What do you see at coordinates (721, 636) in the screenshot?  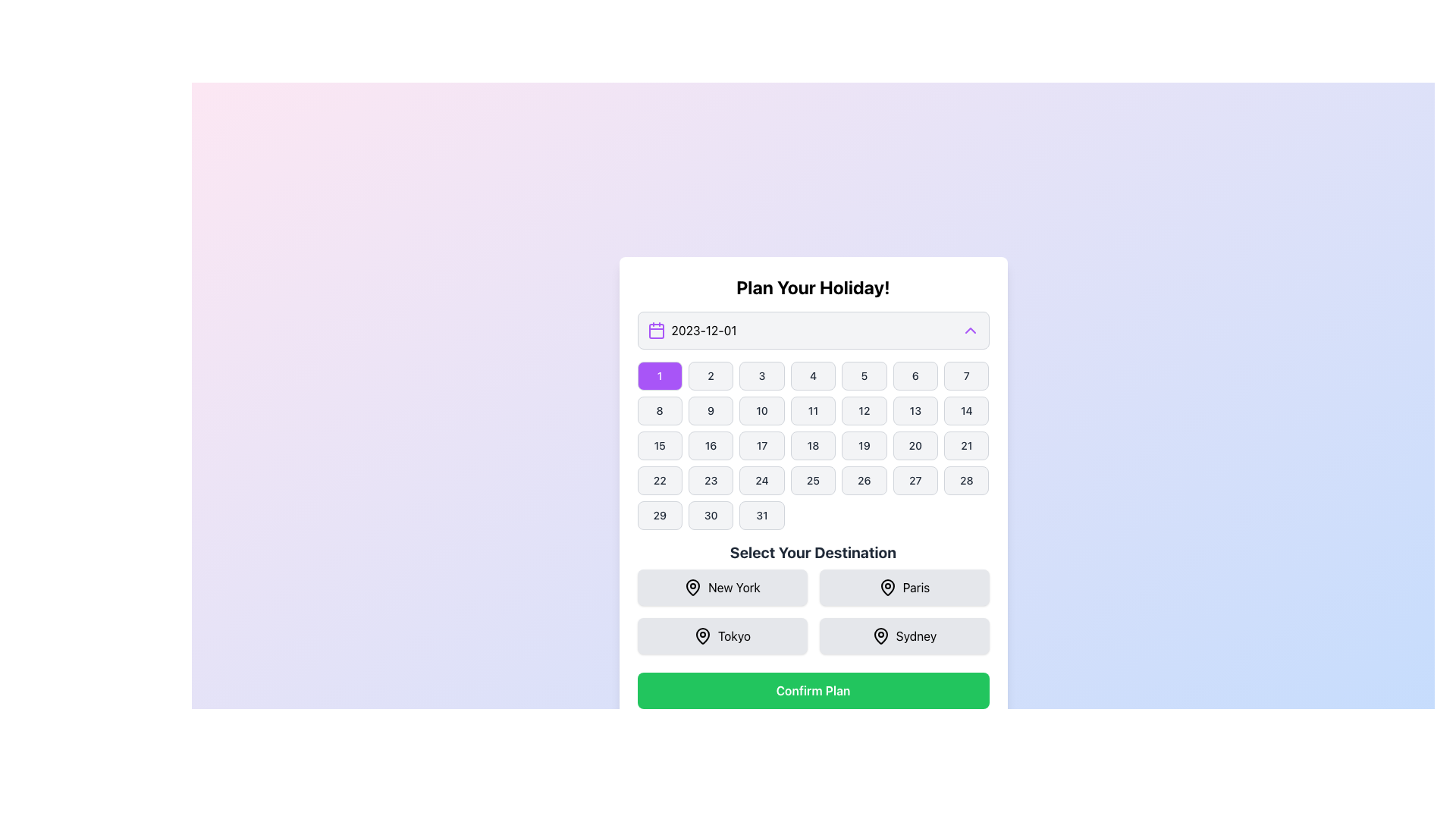 I see `the Interactive Button labeled 'Tokyo' to highlight selection` at bounding box center [721, 636].